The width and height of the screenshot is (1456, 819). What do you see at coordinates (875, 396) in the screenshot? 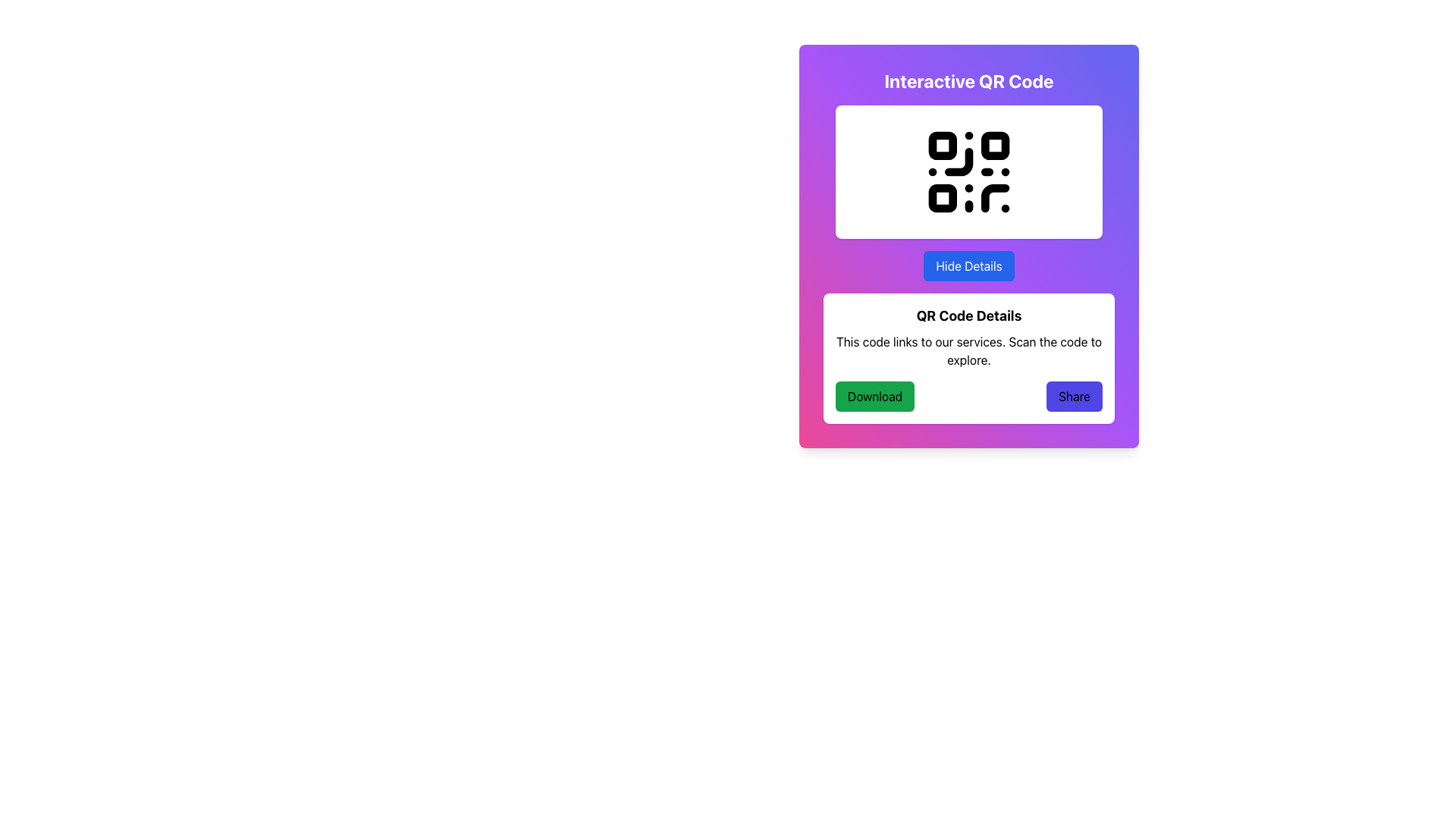
I see `the green 'Download' button located in the bottom left quadrant of the card interface to observe its color change effect` at bounding box center [875, 396].